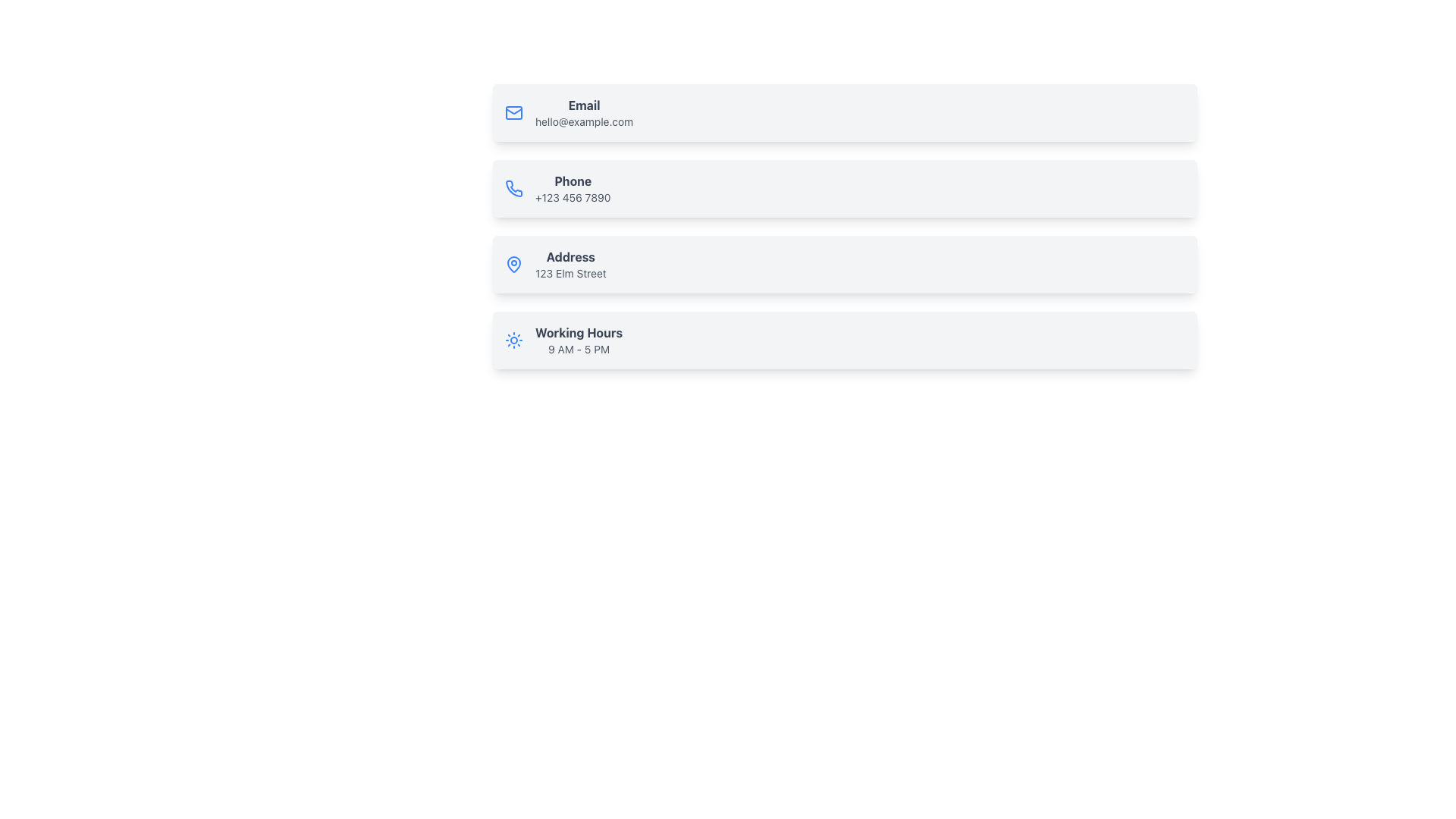  What do you see at coordinates (578, 350) in the screenshot?
I see `the text label displaying '9 AM - 5 PM', which is positioned below the 'Working Hours' title and to the right of a sun icon` at bounding box center [578, 350].